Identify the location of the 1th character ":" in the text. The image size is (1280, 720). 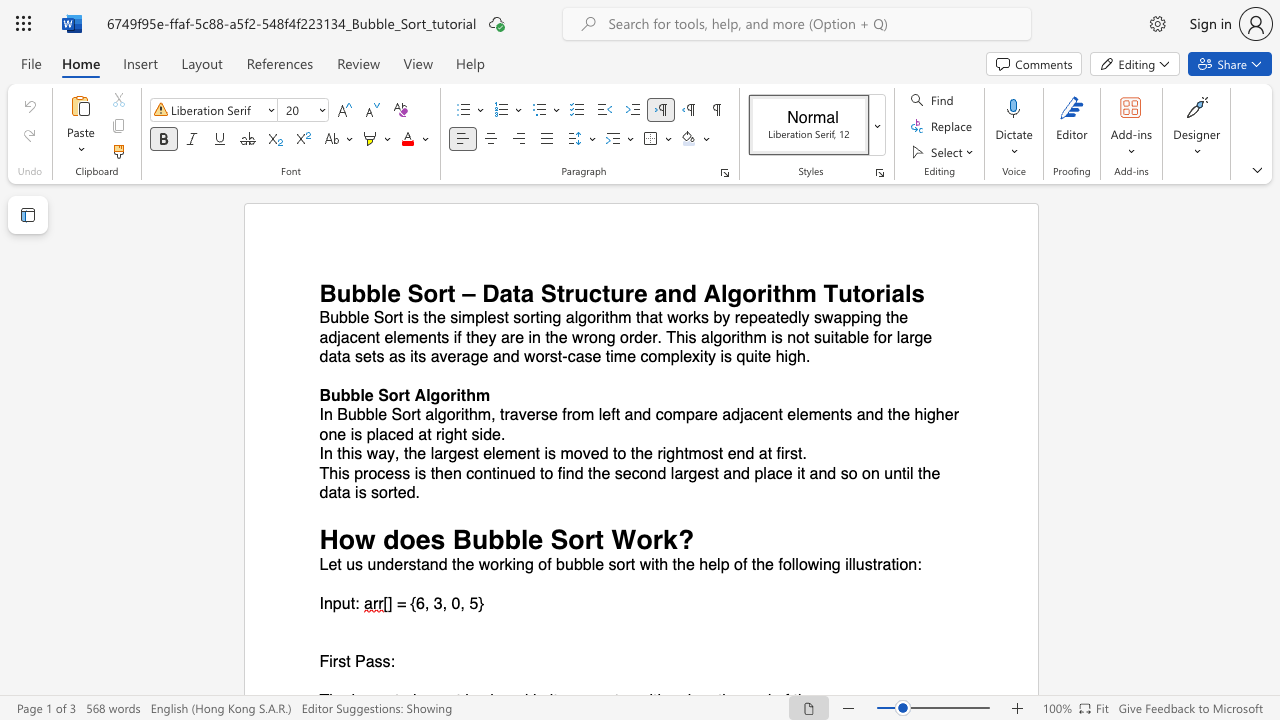
(918, 565).